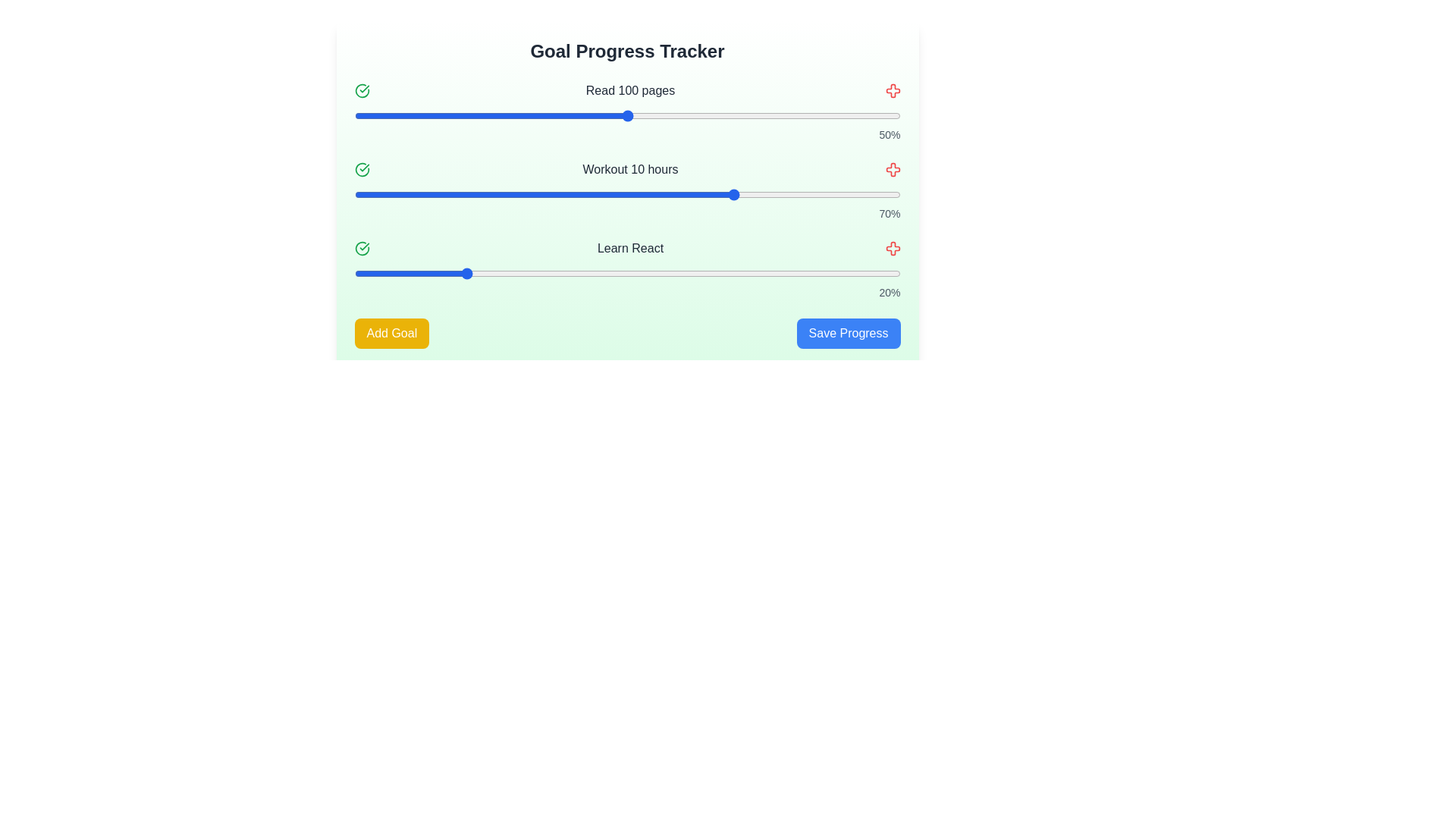 The height and width of the screenshot is (819, 1456). I want to click on the red cross icon next to the goal titled 'Learn React' to remove it, so click(893, 247).